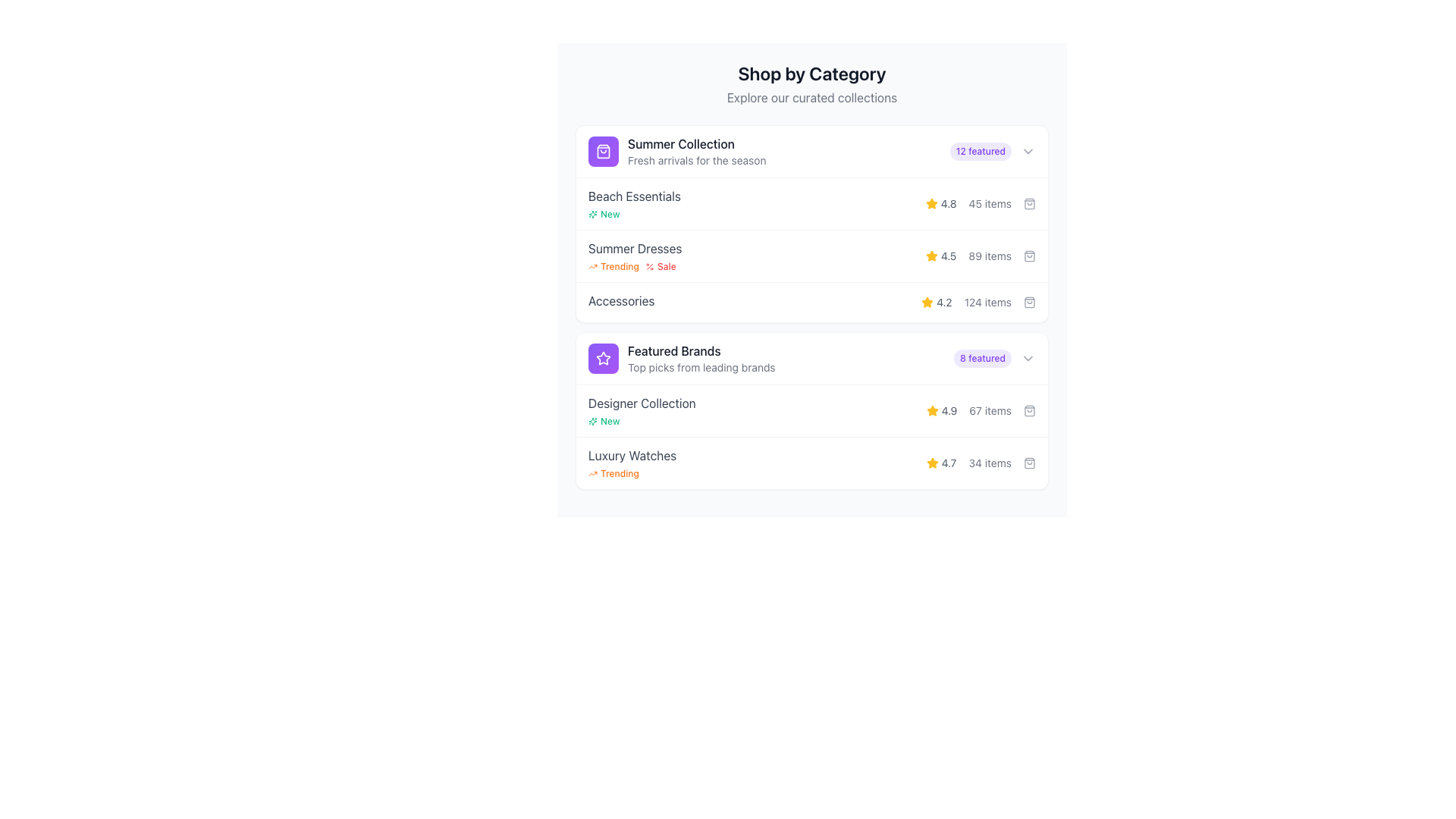  Describe the element at coordinates (930, 256) in the screenshot. I see `the rating icon that visually represents the score, located to the left of the text '4.5'` at that location.